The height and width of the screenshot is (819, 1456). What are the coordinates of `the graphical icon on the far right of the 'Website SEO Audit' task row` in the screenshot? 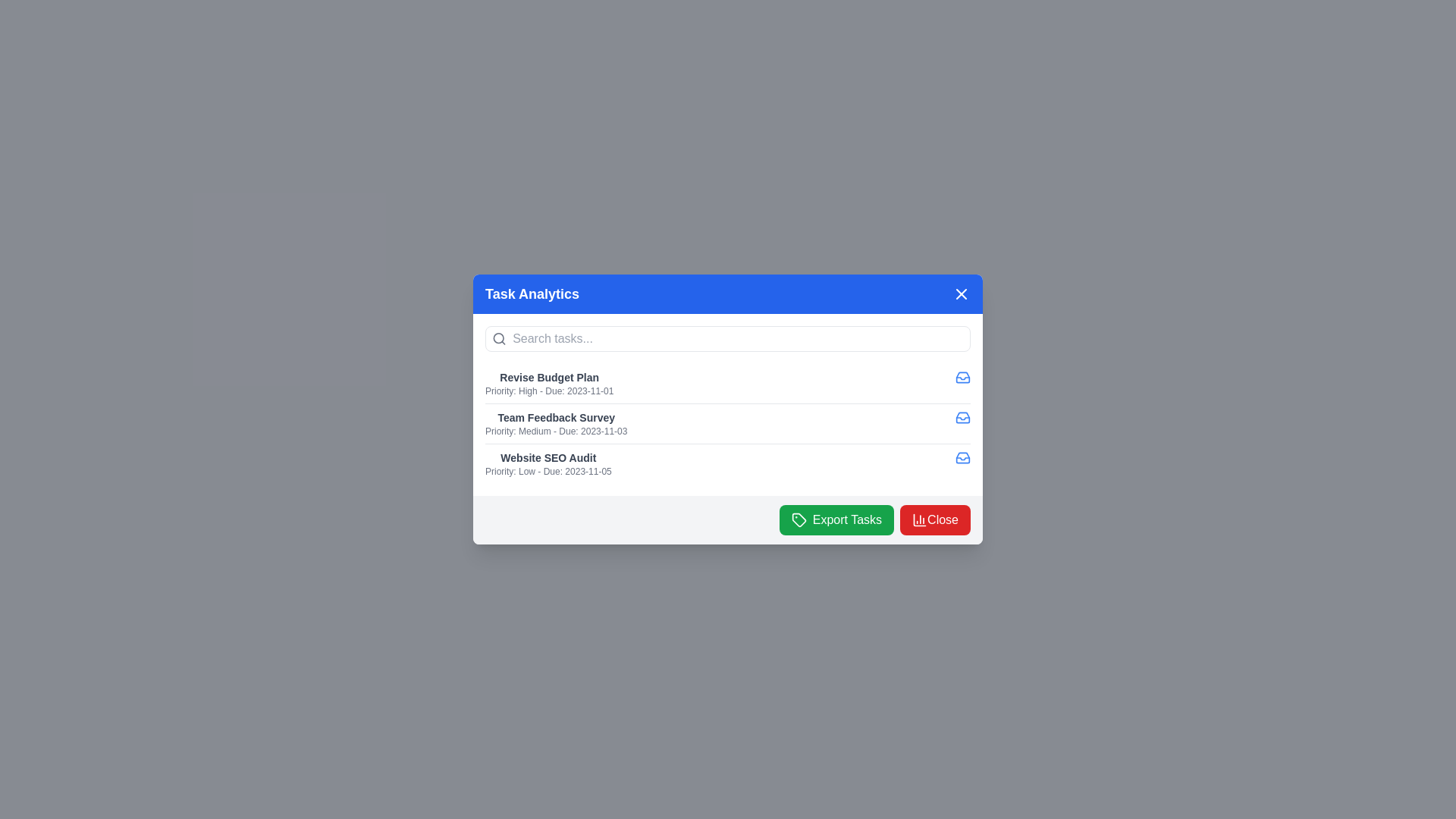 It's located at (962, 457).